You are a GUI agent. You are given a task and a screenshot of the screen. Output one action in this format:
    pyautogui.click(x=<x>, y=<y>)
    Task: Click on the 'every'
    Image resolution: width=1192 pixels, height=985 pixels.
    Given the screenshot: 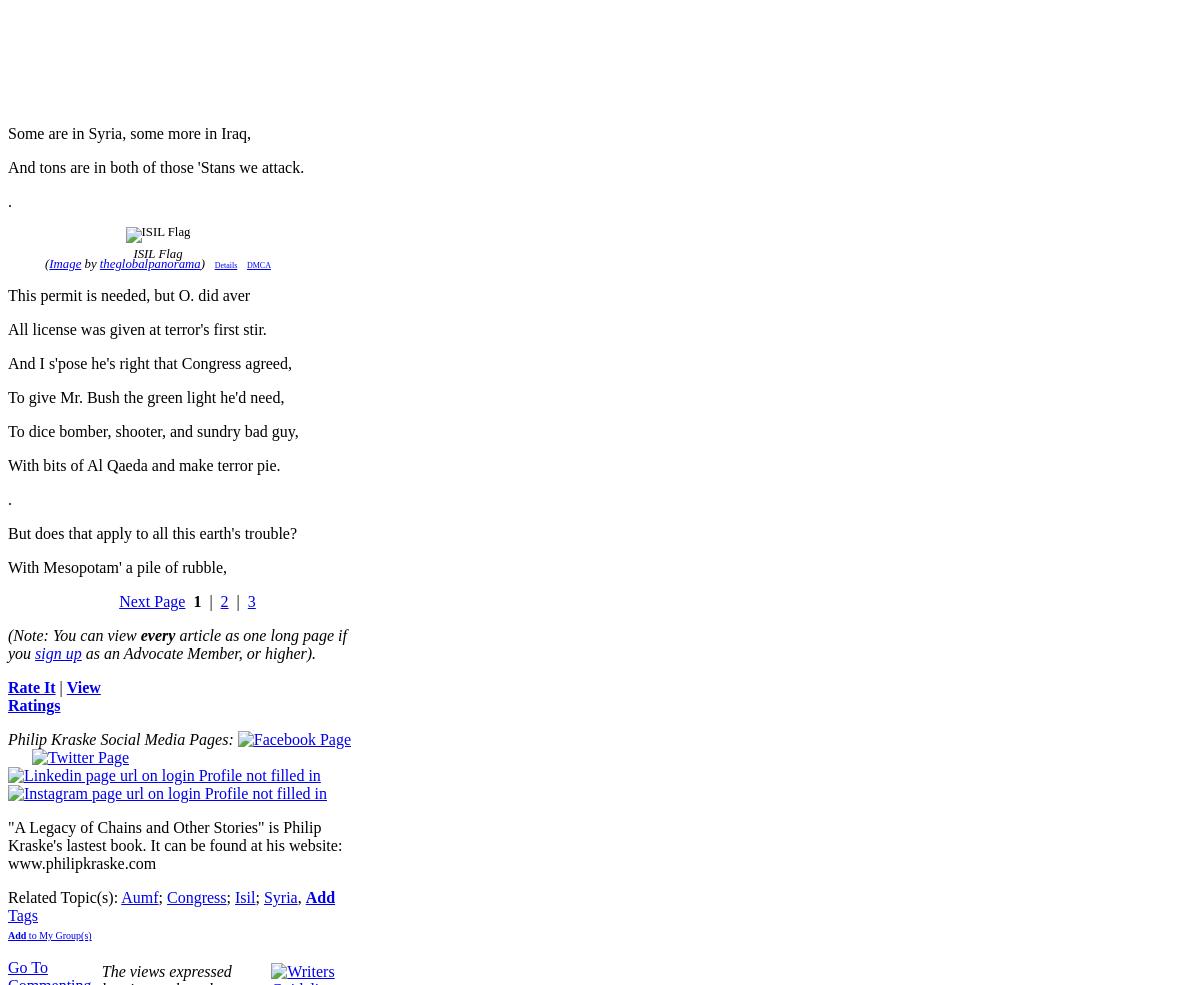 What is the action you would take?
    pyautogui.click(x=156, y=634)
    